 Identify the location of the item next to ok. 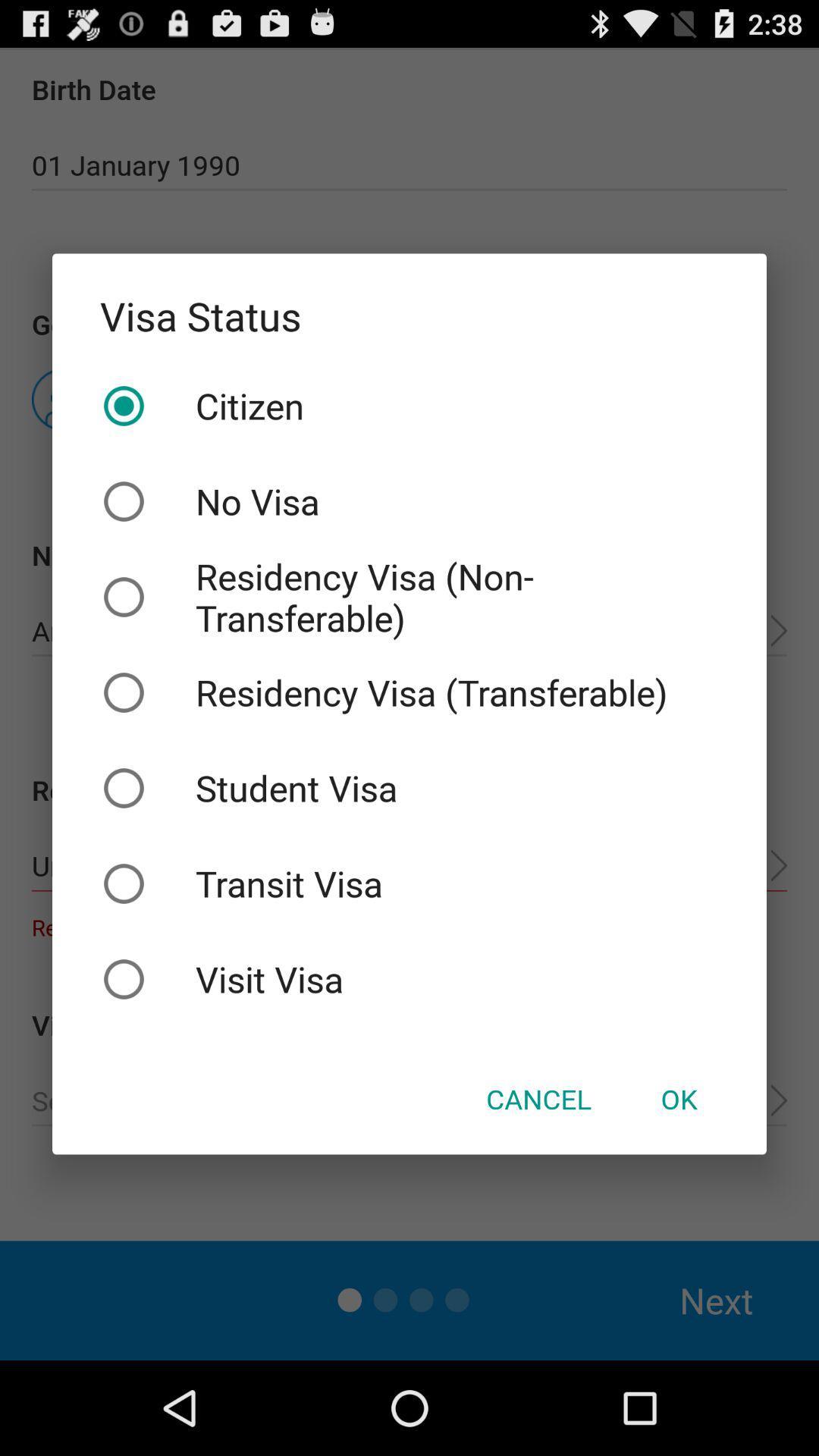
(538, 1099).